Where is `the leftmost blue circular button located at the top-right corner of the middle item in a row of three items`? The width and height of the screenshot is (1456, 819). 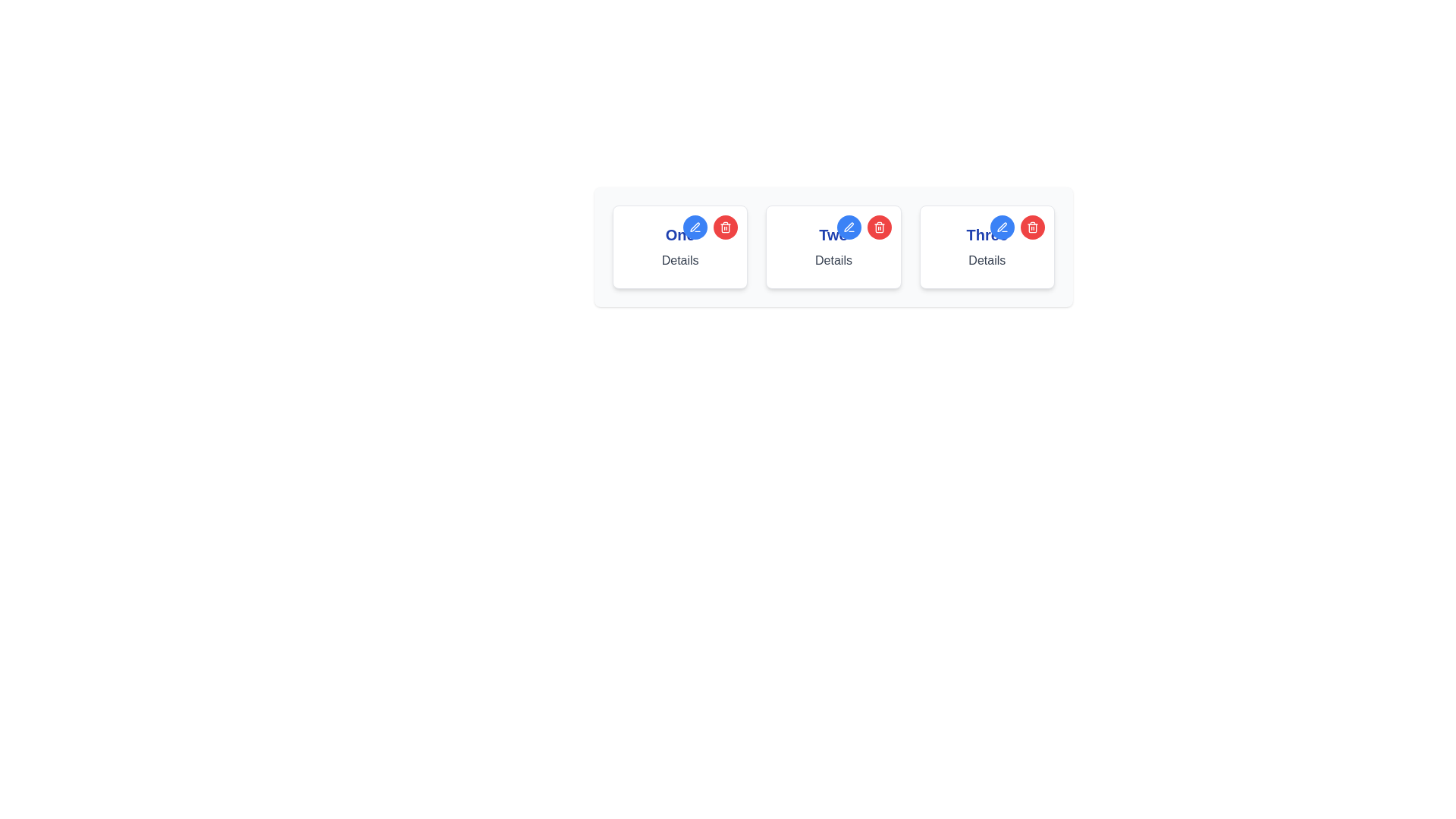 the leftmost blue circular button located at the top-right corner of the middle item in a row of three items is located at coordinates (848, 227).